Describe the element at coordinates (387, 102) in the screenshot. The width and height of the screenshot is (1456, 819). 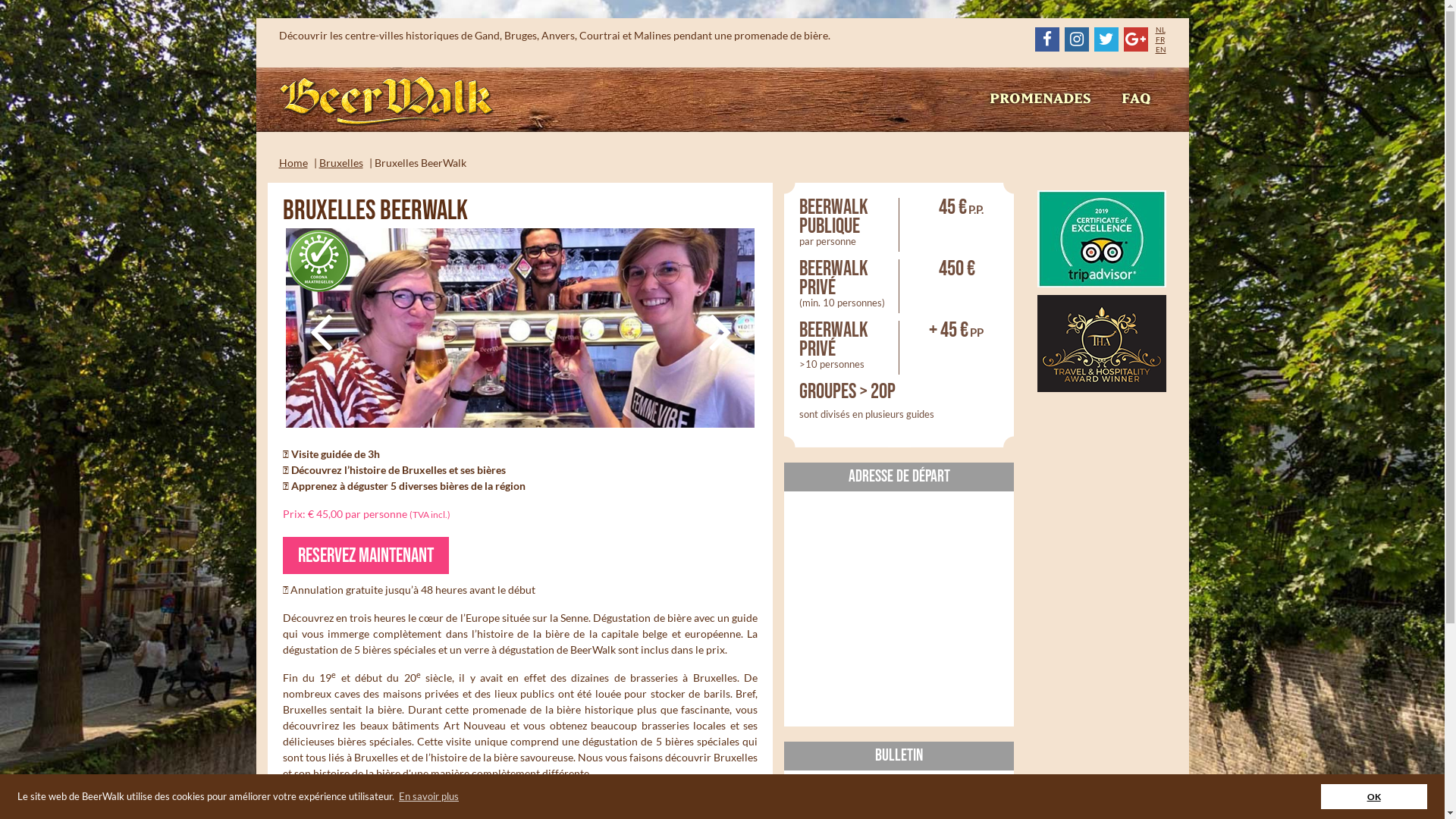
I see `'BeerWalk - Historische stadswandelingen'` at that location.